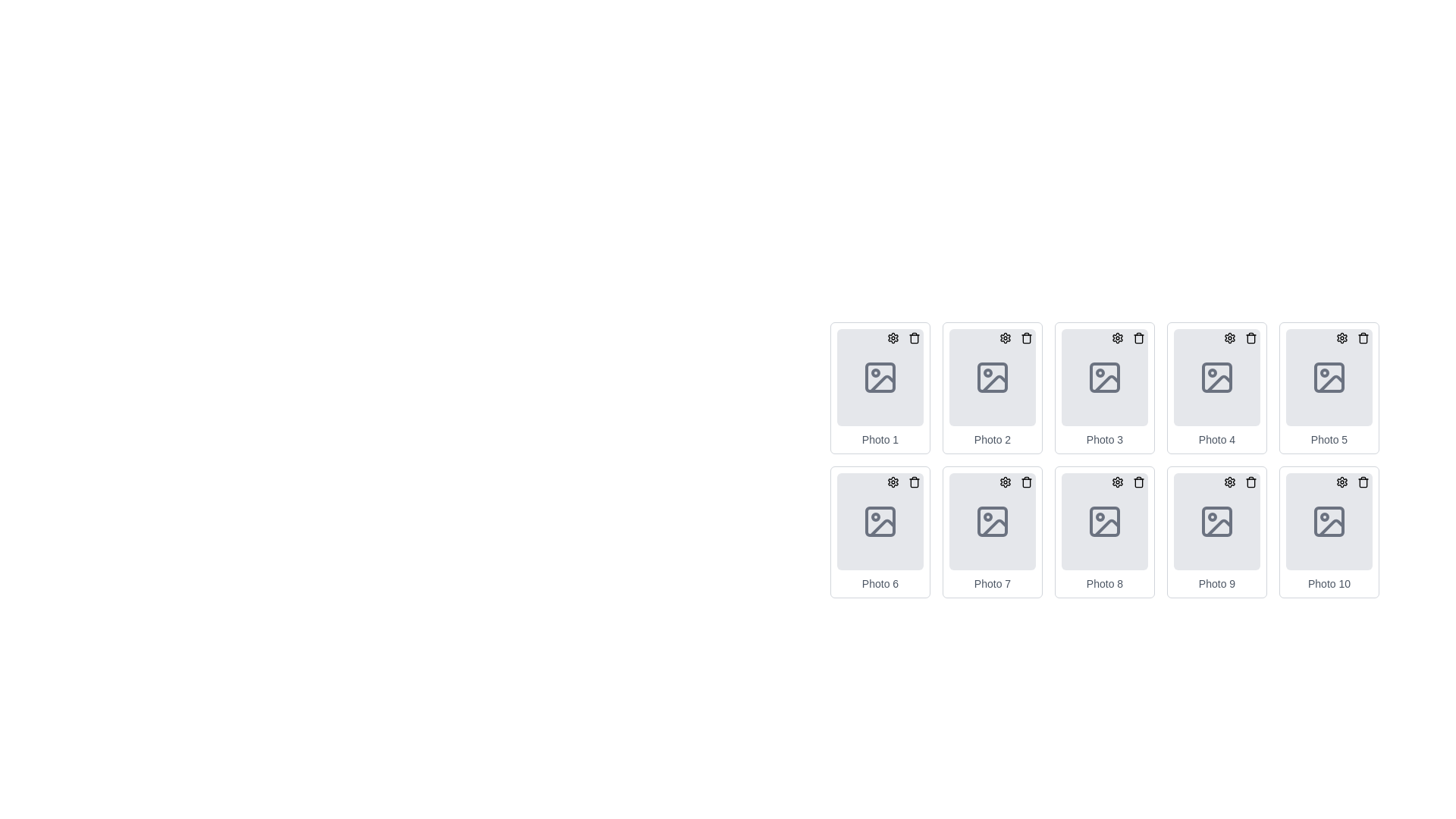 The width and height of the screenshot is (1456, 819). What do you see at coordinates (913, 337) in the screenshot?
I see `the delete button located at the top-right of the card titled 'Photo 1' in the grid layout` at bounding box center [913, 337].